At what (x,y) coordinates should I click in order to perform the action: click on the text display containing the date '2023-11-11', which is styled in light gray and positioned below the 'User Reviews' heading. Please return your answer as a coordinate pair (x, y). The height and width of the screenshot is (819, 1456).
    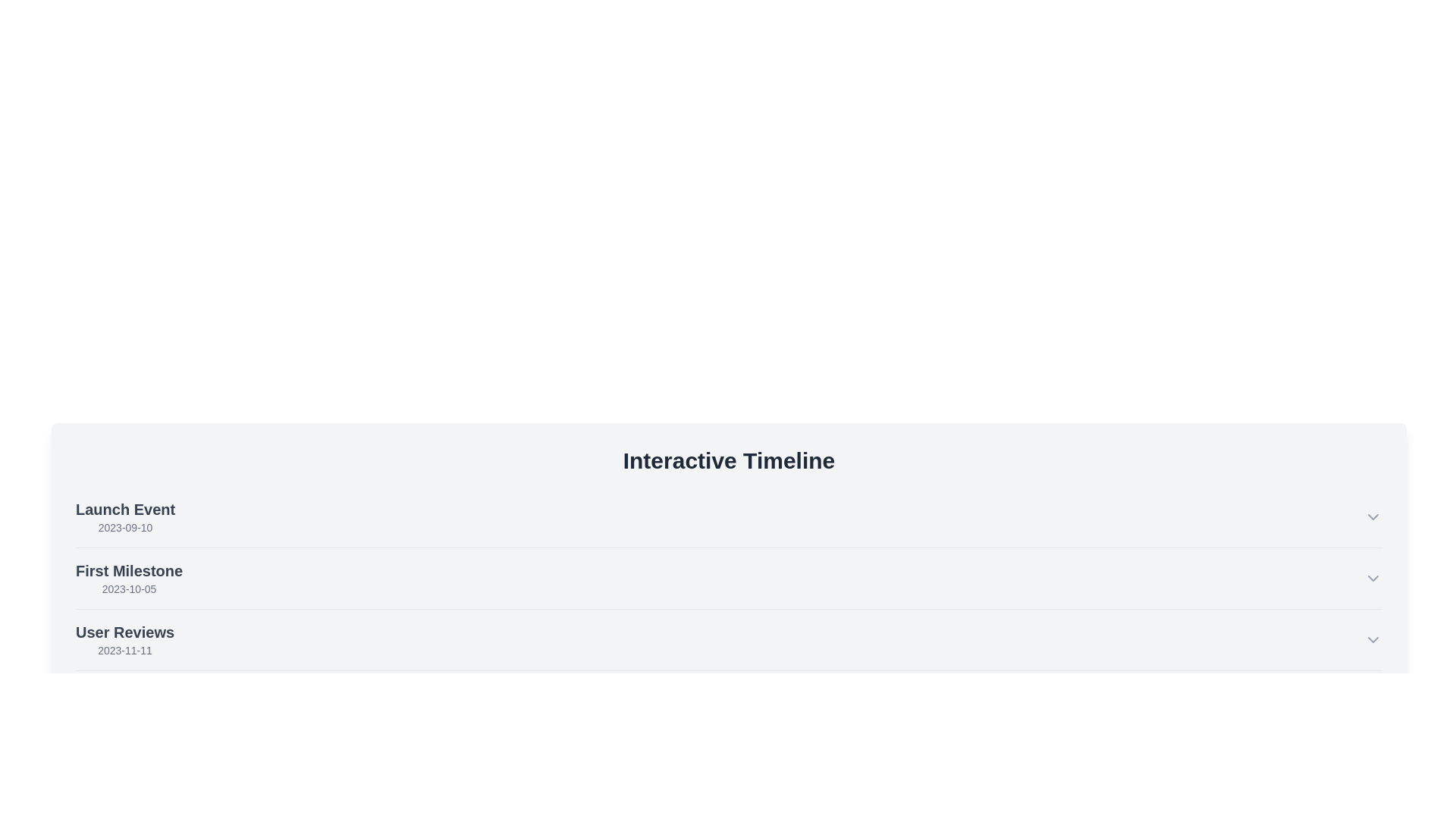
    Looking at the image, I should click on (125, 649).